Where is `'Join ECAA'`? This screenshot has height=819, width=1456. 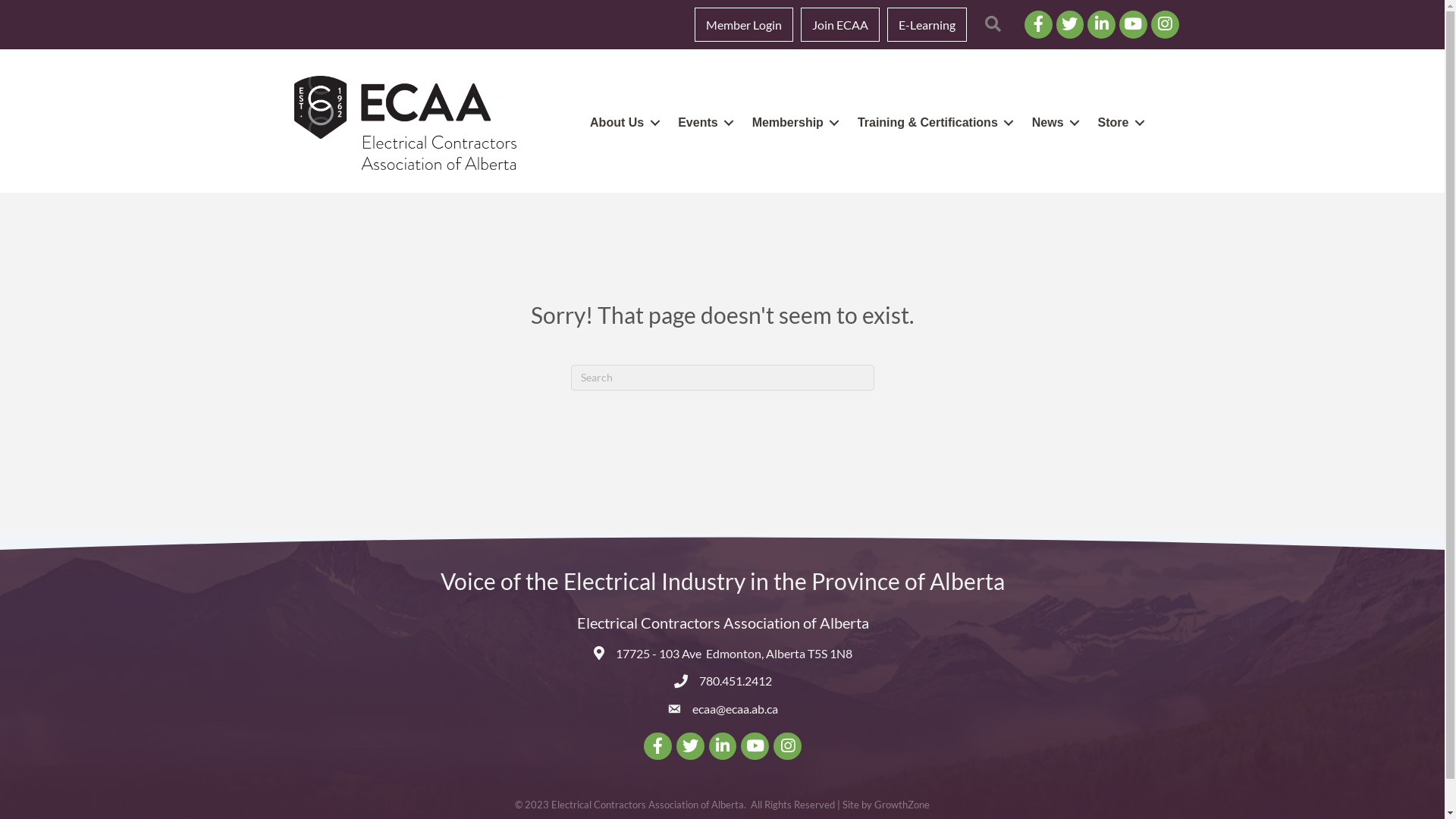 'Join ECAA' is located at coordinates (839, 24).